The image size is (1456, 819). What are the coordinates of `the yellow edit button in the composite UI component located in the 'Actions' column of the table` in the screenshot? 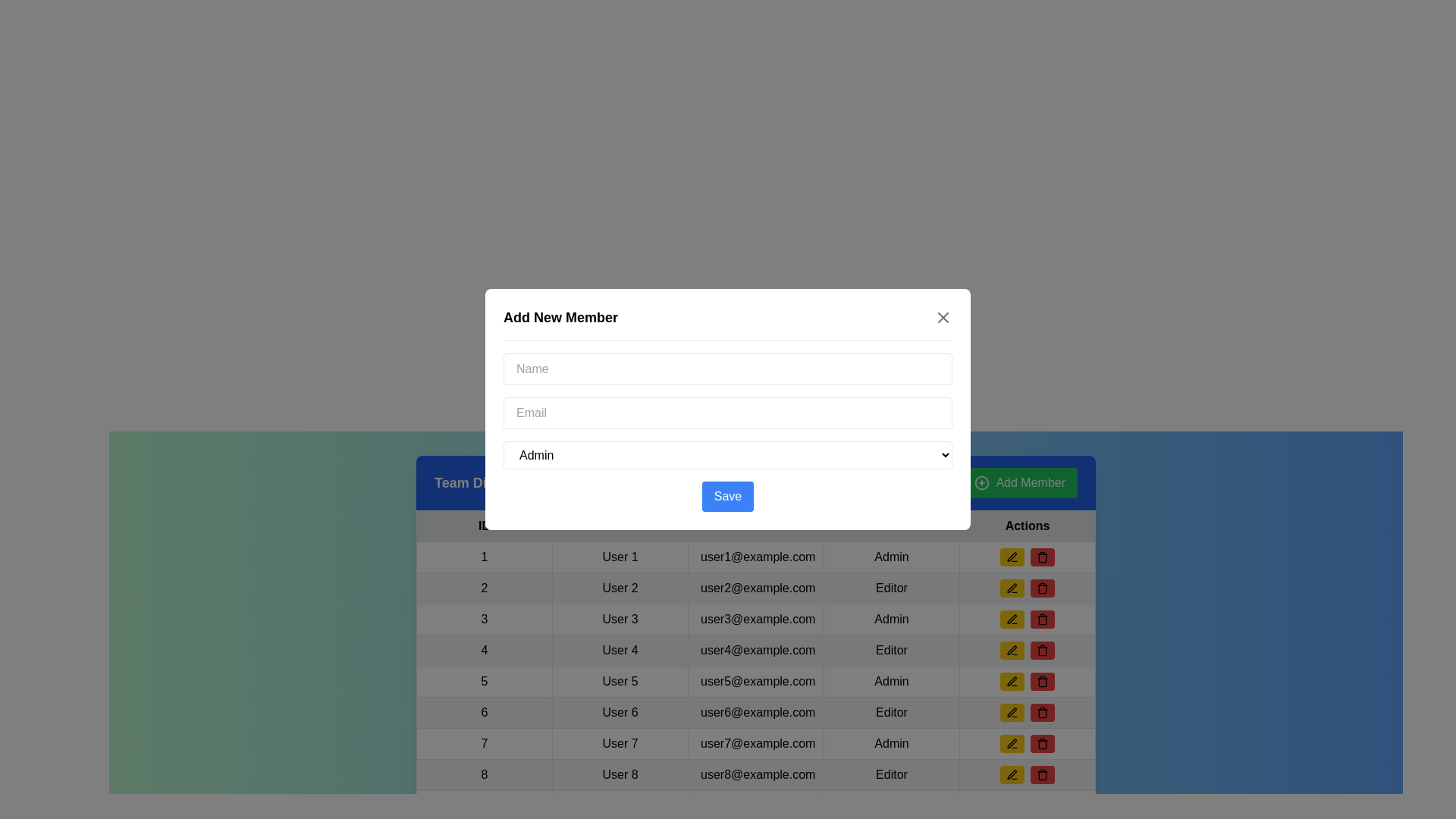 It's located at (1027, 557).